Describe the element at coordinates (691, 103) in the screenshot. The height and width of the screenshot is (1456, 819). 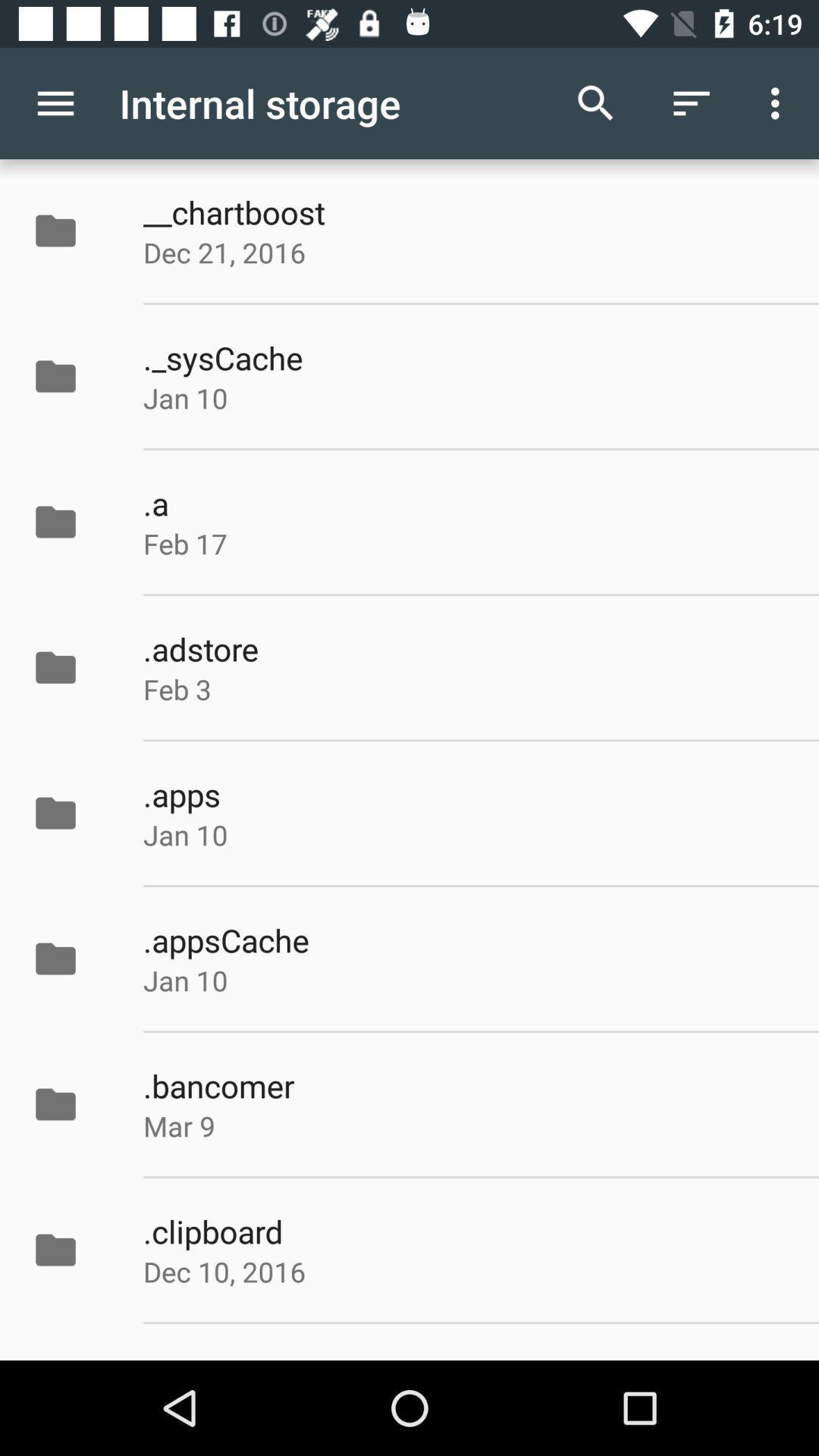
I see `the option beside search` at that location.